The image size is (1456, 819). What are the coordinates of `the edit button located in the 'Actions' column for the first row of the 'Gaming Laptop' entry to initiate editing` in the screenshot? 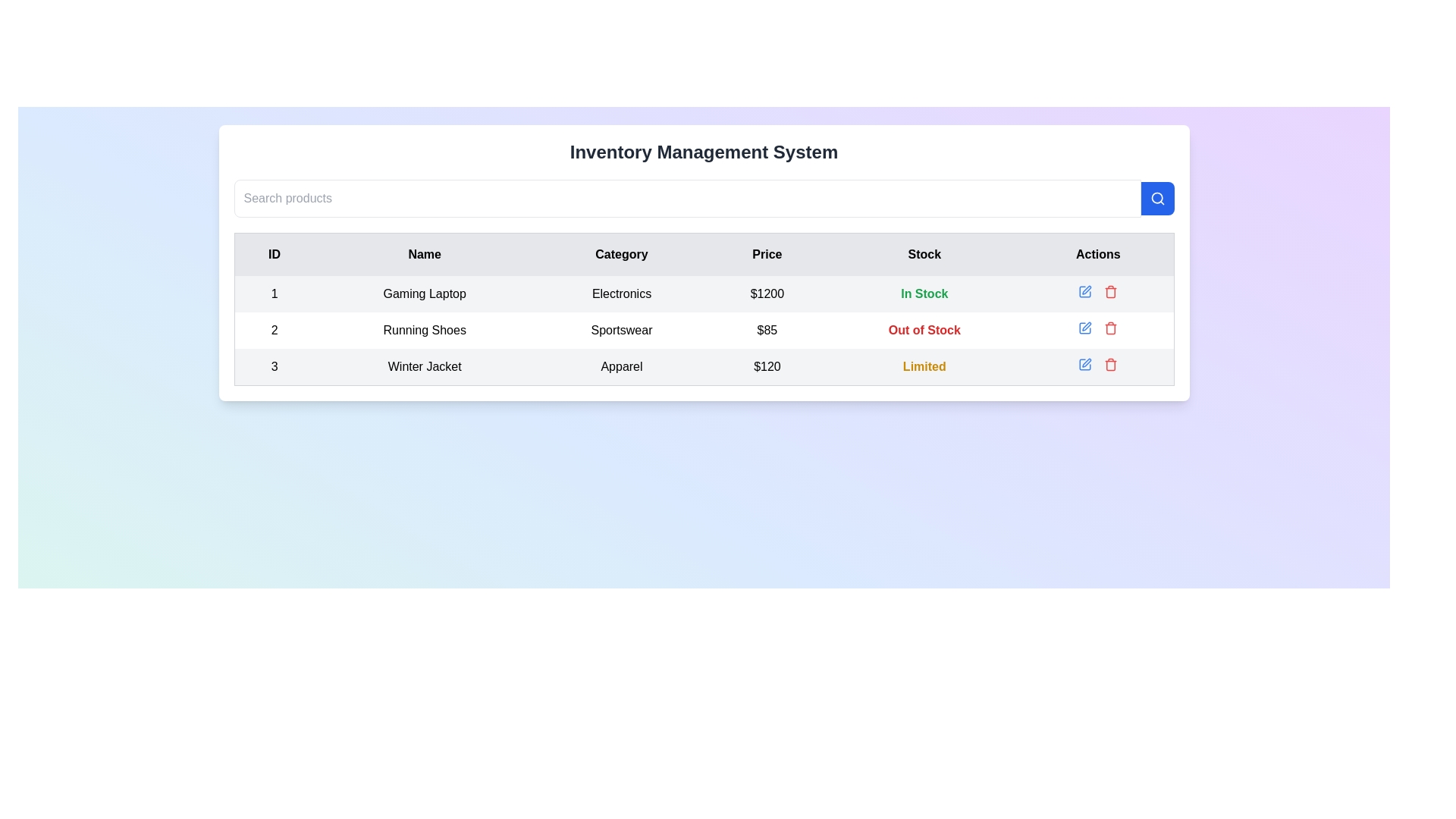 It's located at (1084, 292).